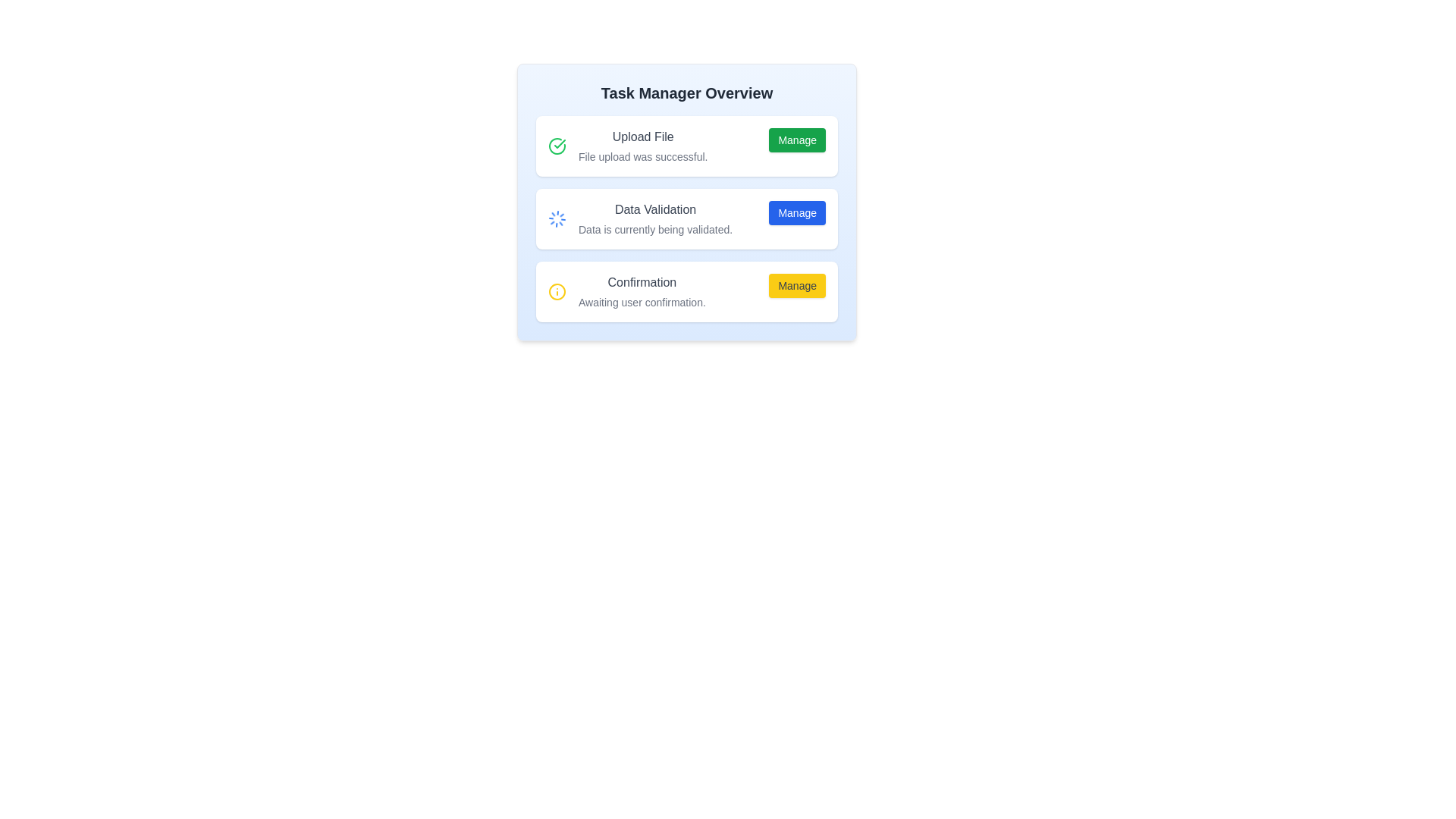 The width and height of the screenshot is (1456, 819). Describe the element at coordinates (556, 146) in the screenshot. I see `the graphical icon that indicates successful completion of the upload process, located to the left of the 'Upload File' text in the topmost rectangle of the interface` at that location.